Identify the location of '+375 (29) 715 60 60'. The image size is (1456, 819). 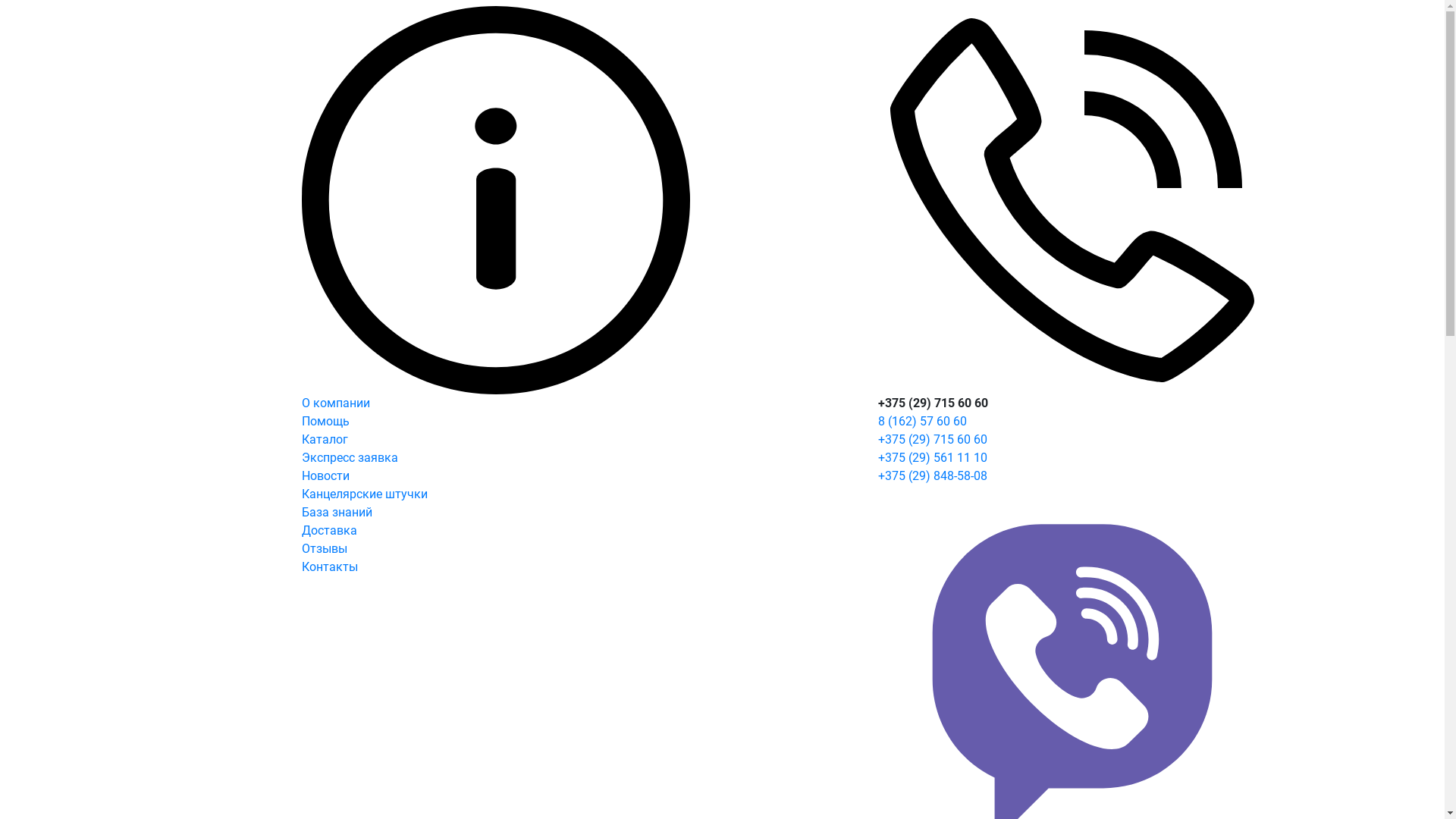
(877, 439).